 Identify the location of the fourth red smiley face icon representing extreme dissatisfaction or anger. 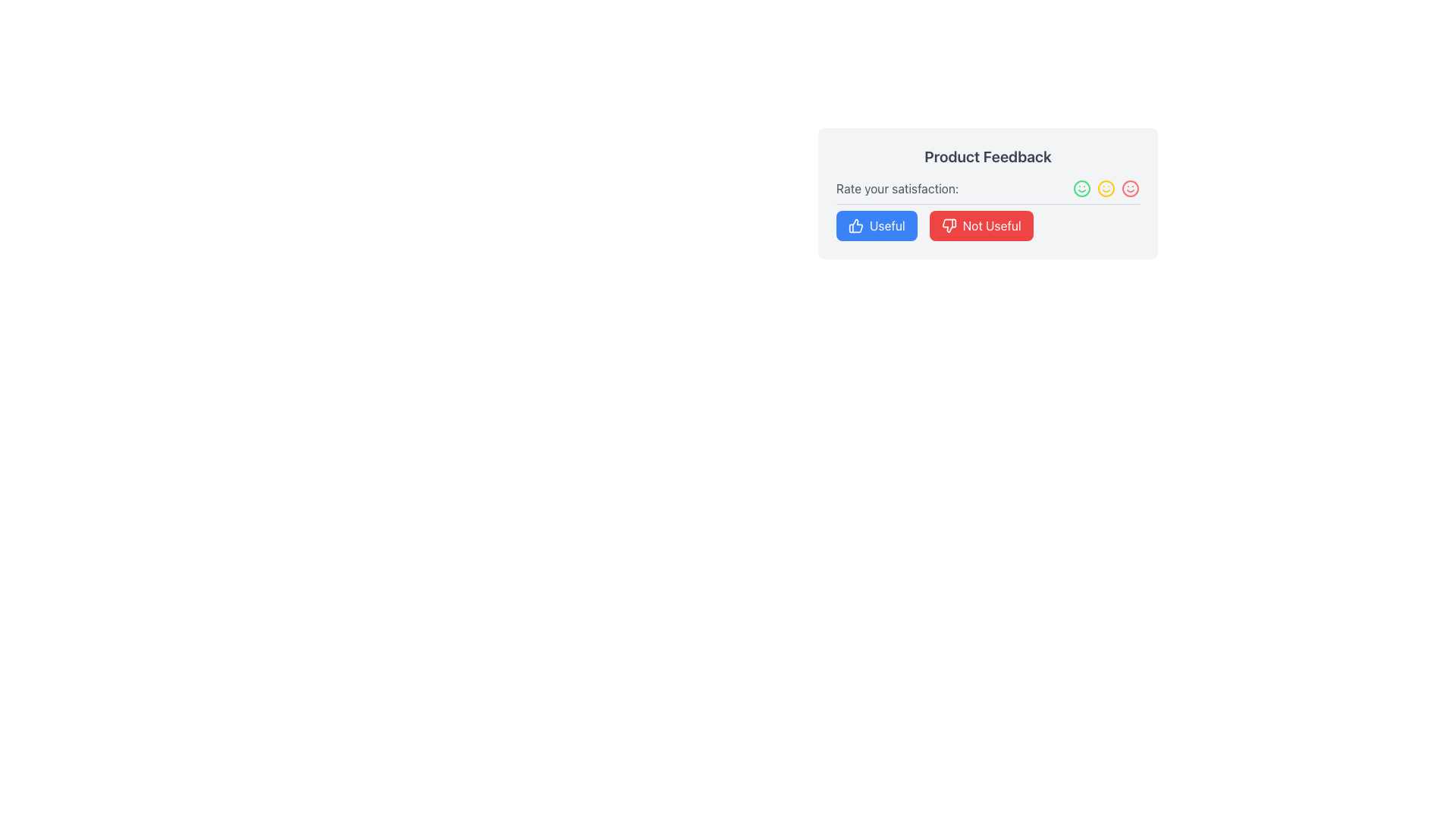
(1131, 188).